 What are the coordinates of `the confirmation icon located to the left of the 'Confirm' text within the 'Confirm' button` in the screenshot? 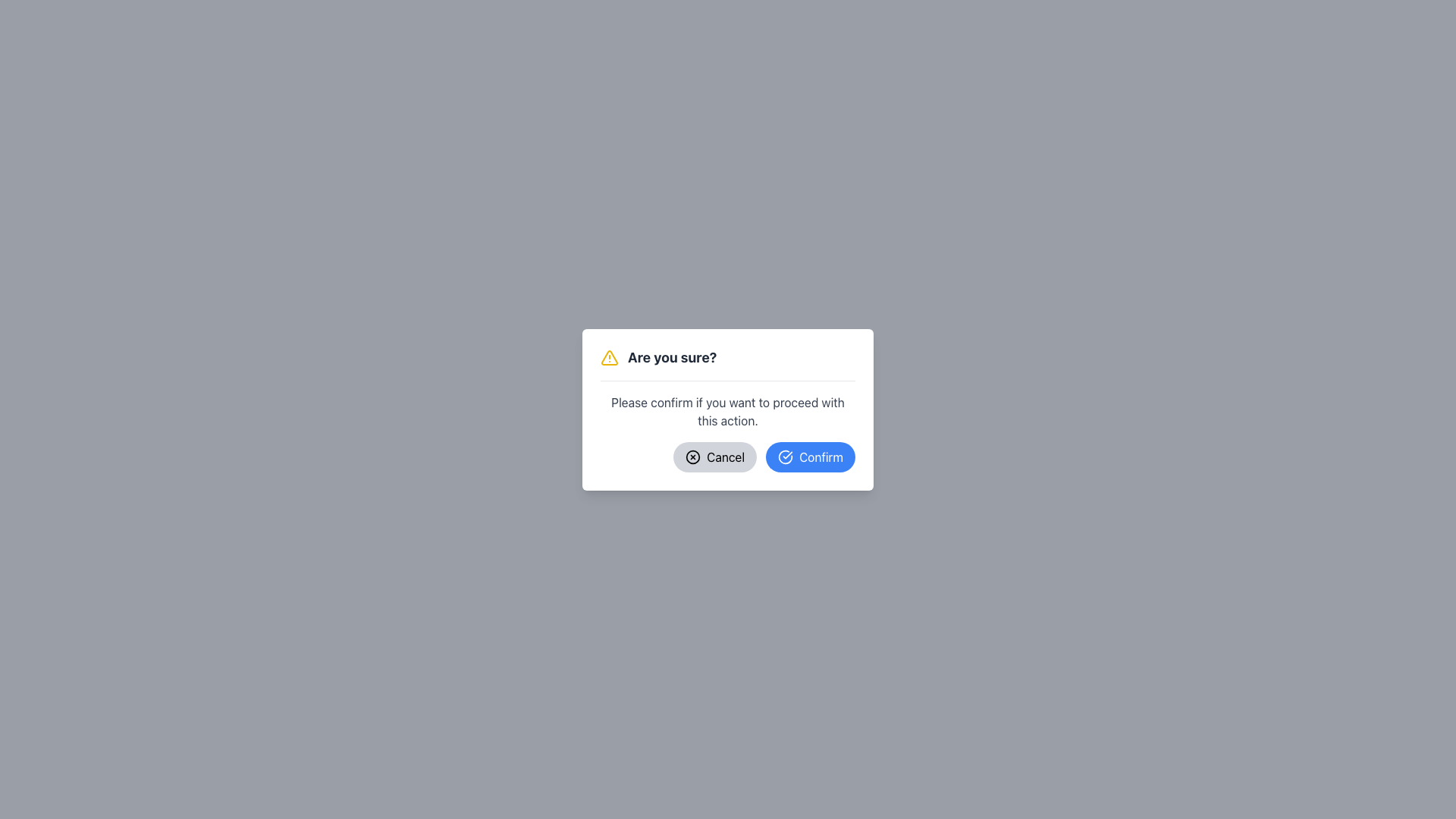 It's located at (786, 456).